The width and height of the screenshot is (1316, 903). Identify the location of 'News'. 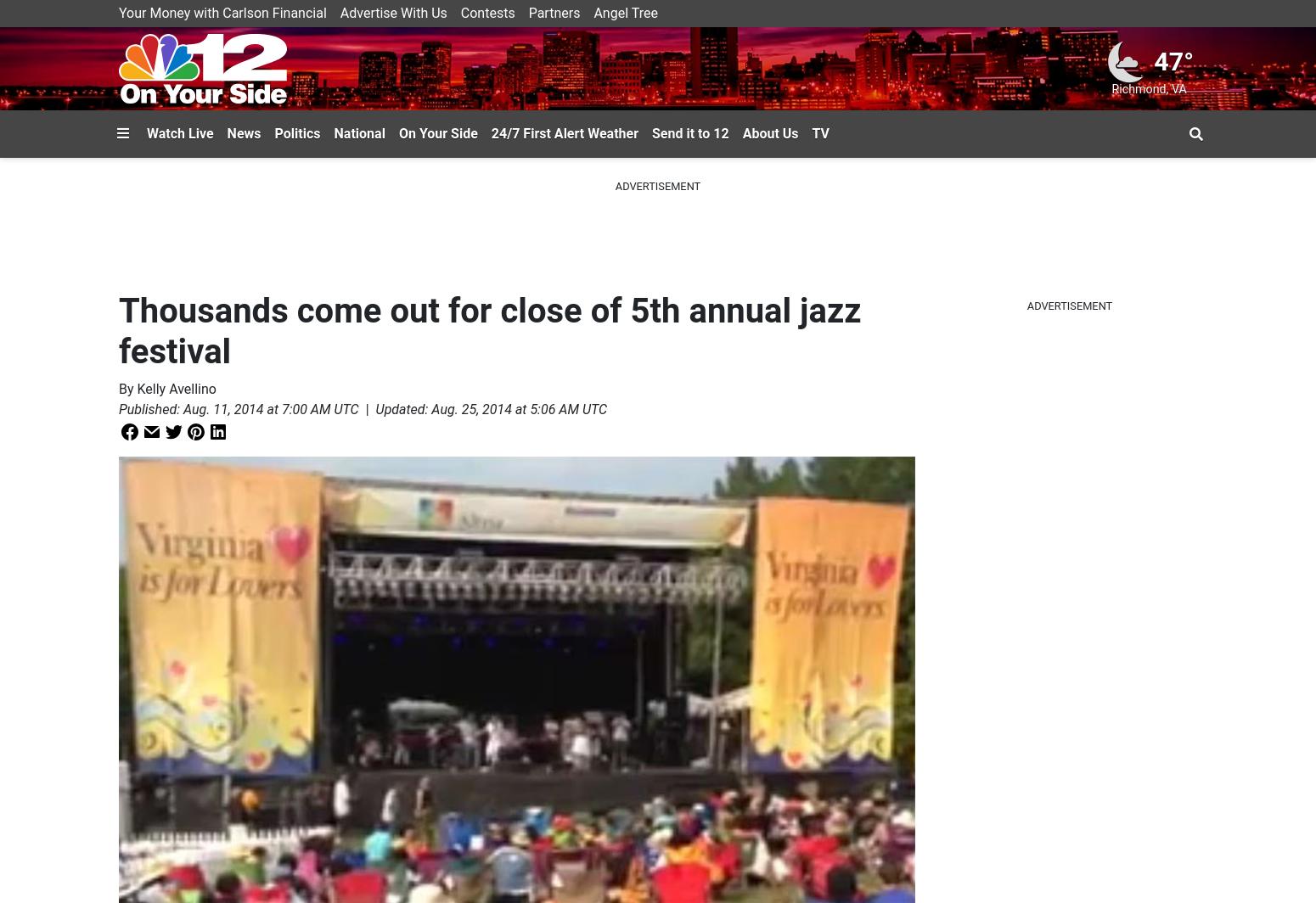
(244, 132).